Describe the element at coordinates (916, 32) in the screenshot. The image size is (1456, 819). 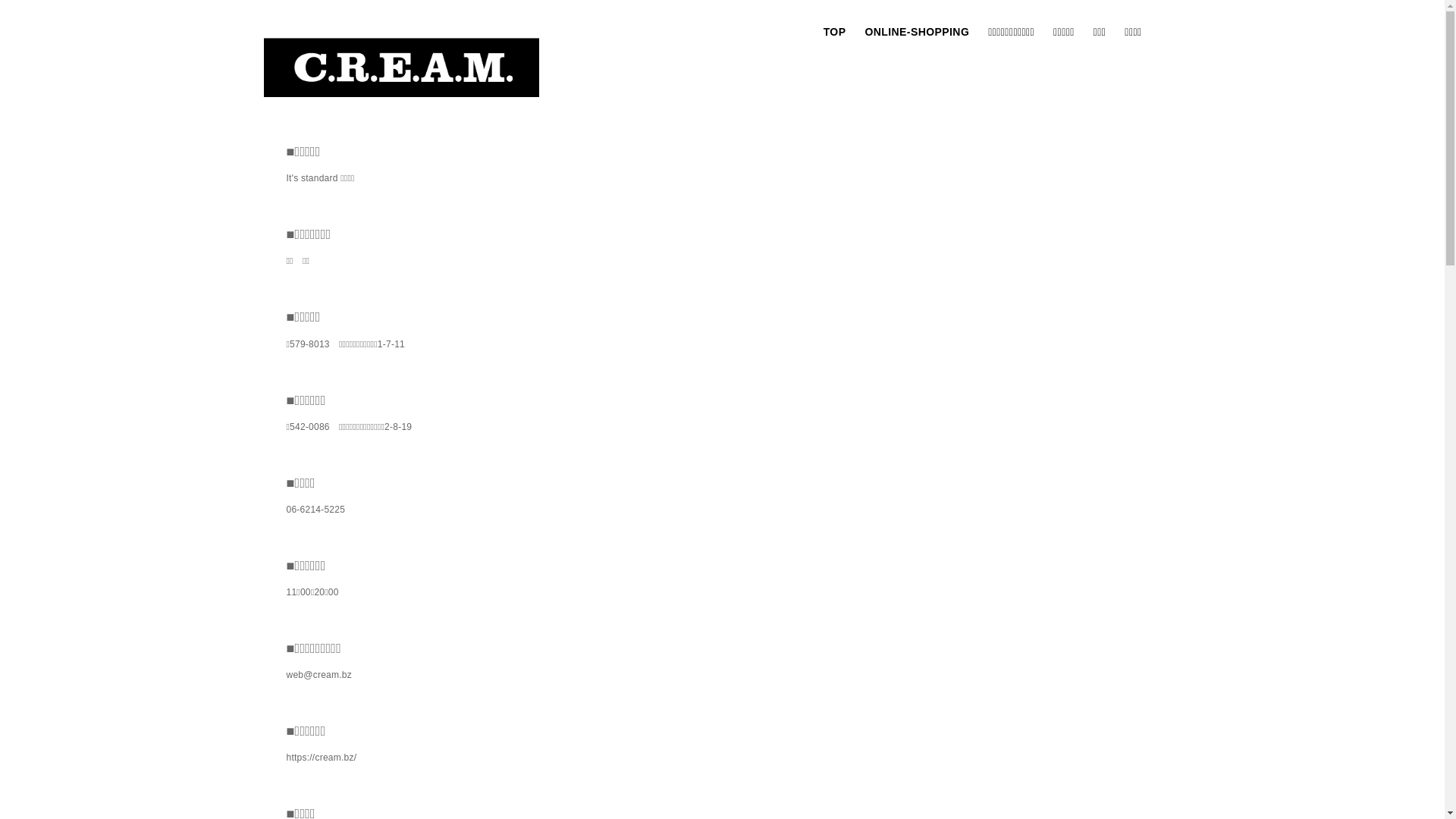
I see `'ONLINE-SHOPPING'` at that location.